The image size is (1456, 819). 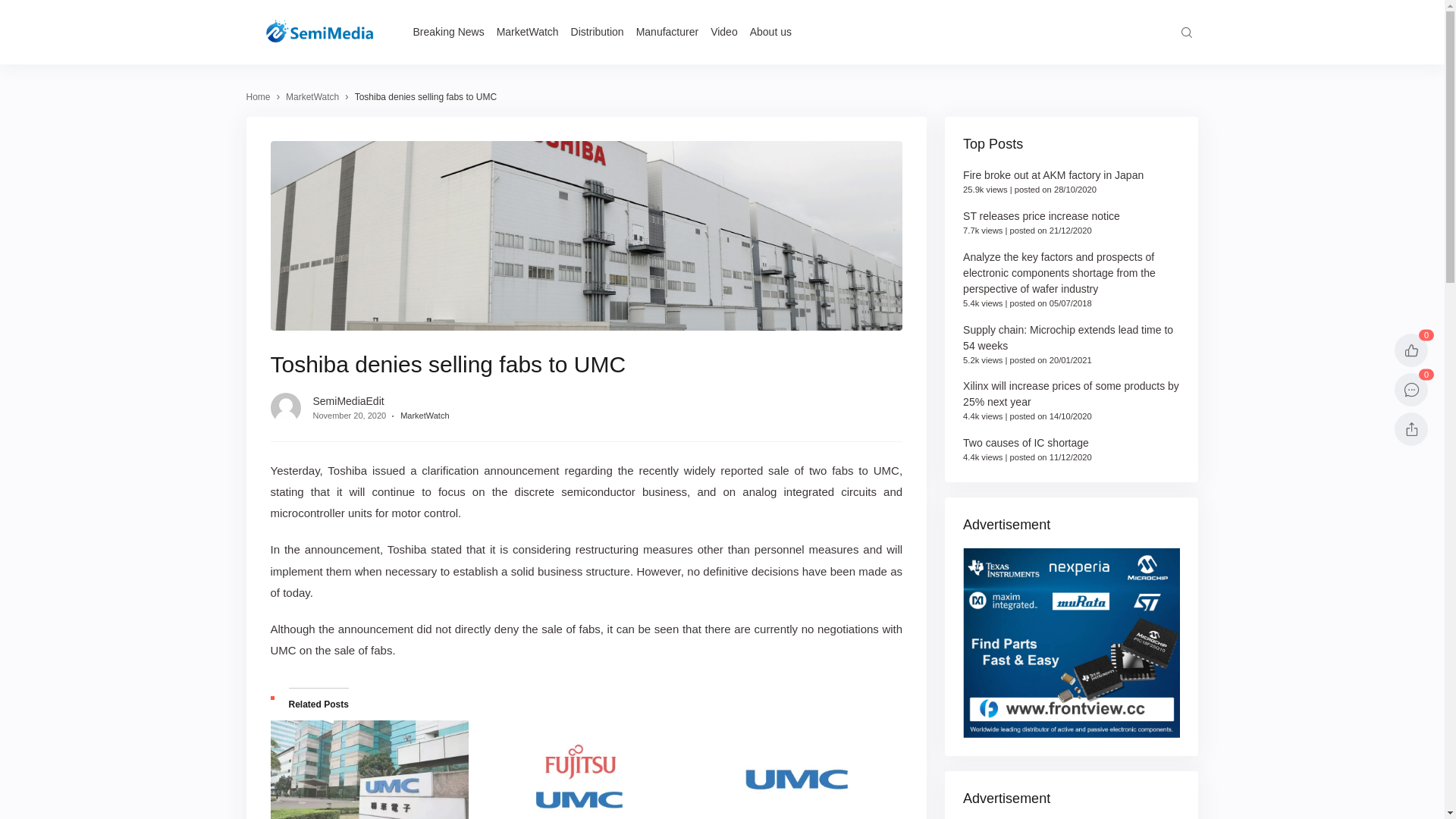 What do you see at coordinates (412, 32) in the screenshot?
I see `'Breaking News'` at bounding box center [412, 32].